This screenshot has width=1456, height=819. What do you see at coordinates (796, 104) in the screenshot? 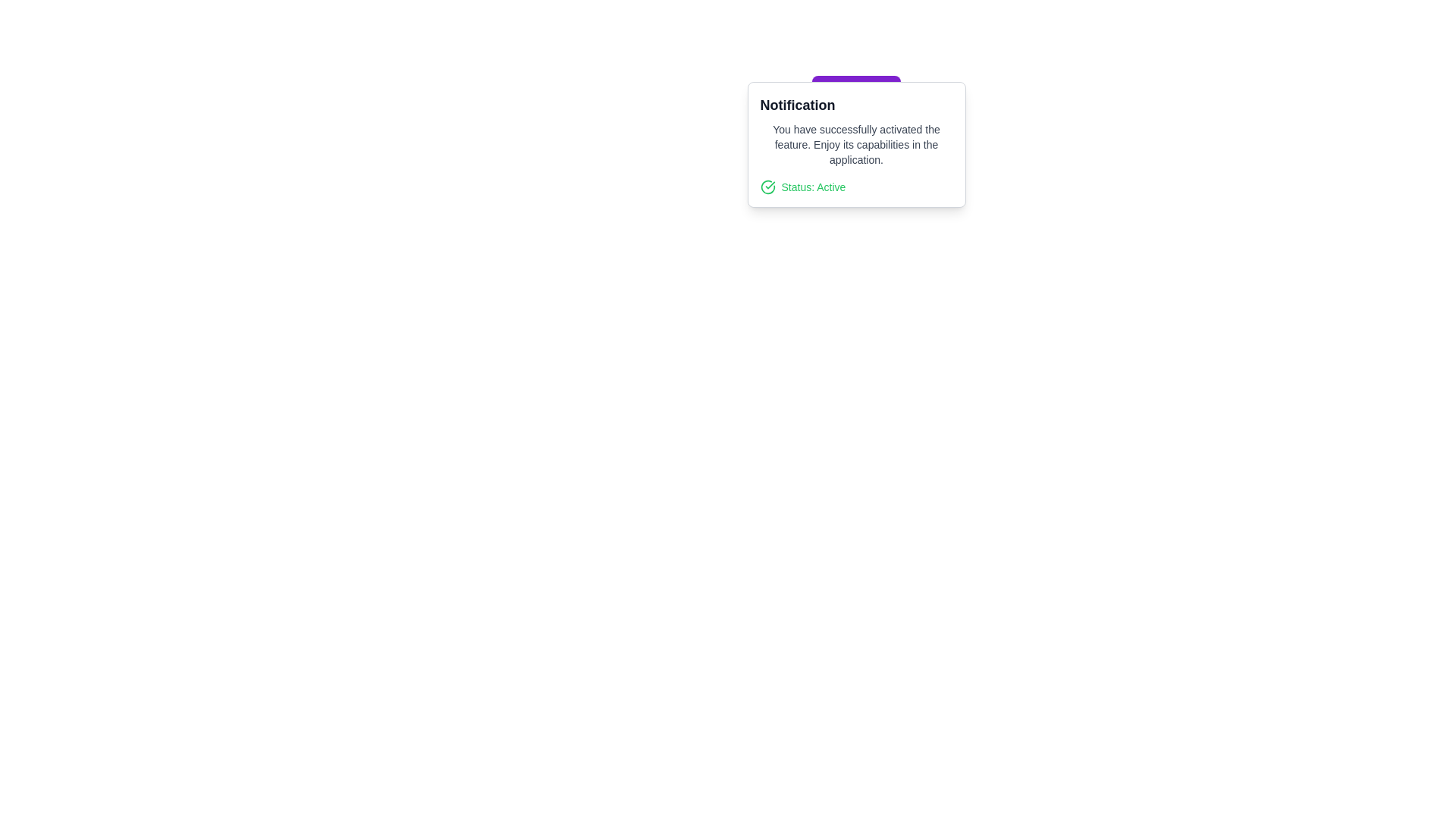
I see `bold text label that reads 'Notification', located at the top of the notification card` at bounding box center [796, 104].